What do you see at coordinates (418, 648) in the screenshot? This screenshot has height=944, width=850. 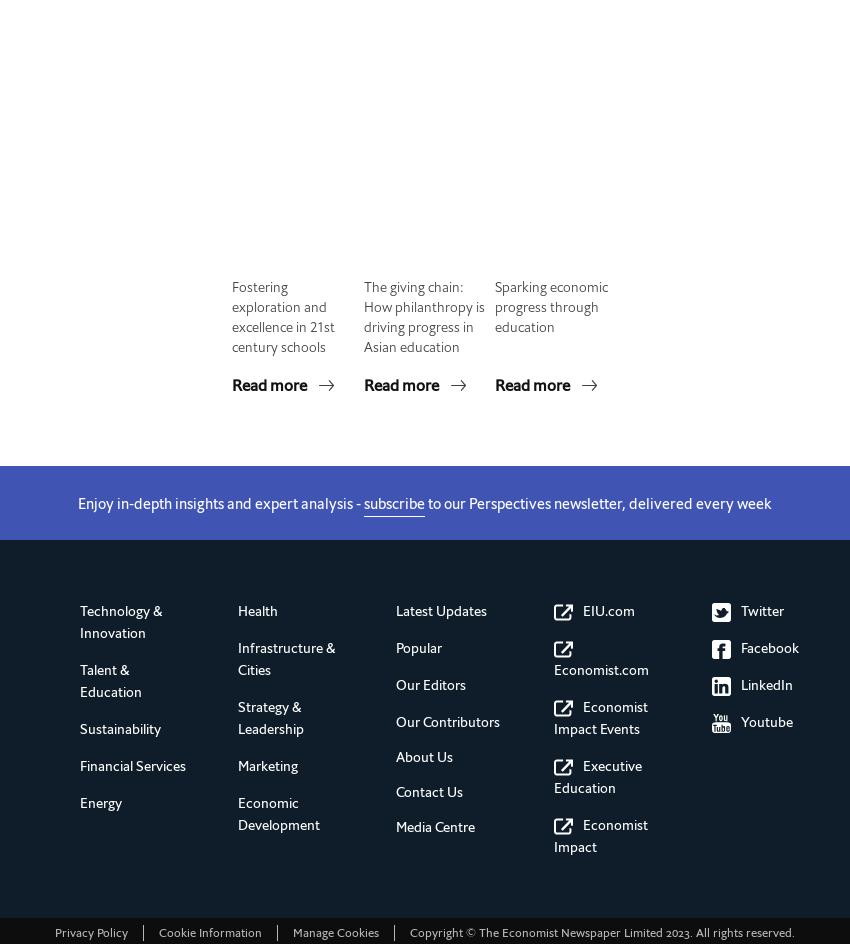 I see `'Popular'` at bounding box center [418, 648].